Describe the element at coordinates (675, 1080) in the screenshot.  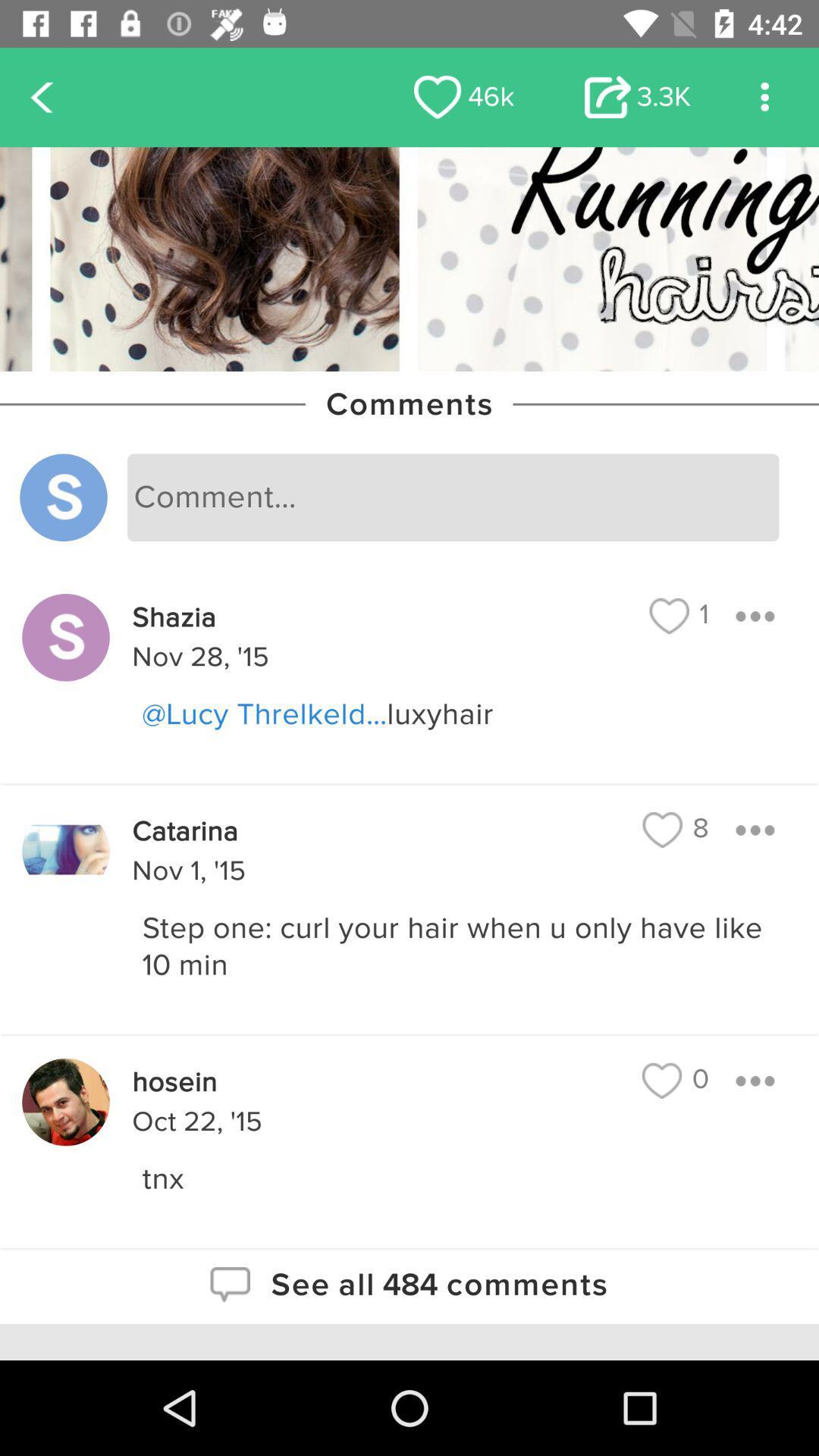
I see `the 0 icon` at that location.